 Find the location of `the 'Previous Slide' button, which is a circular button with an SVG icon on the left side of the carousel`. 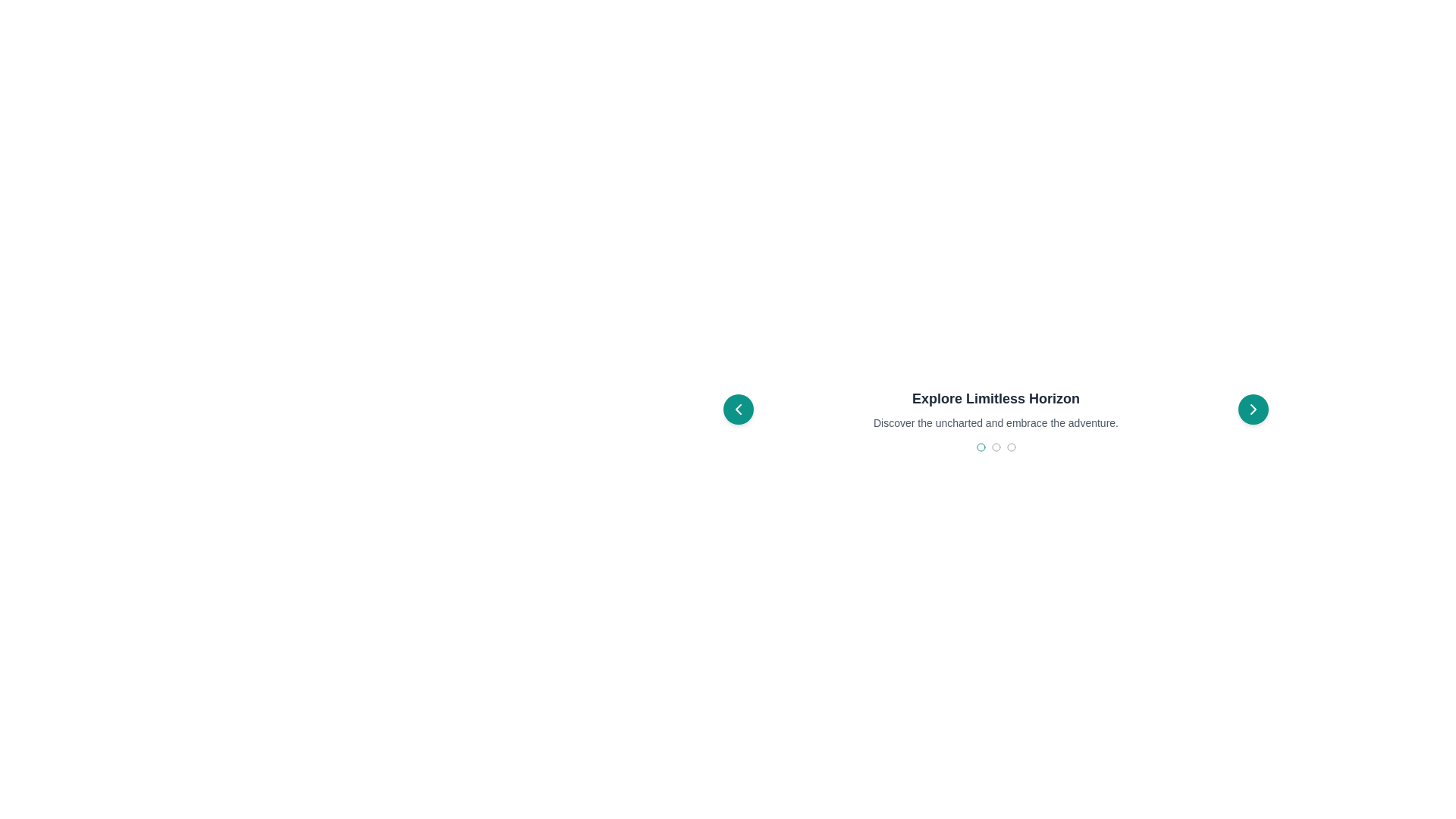

the 'Previous Slide' button, which is a circular button with an SVG icon on the left side of the carousel is located at coordinates (738, 409).